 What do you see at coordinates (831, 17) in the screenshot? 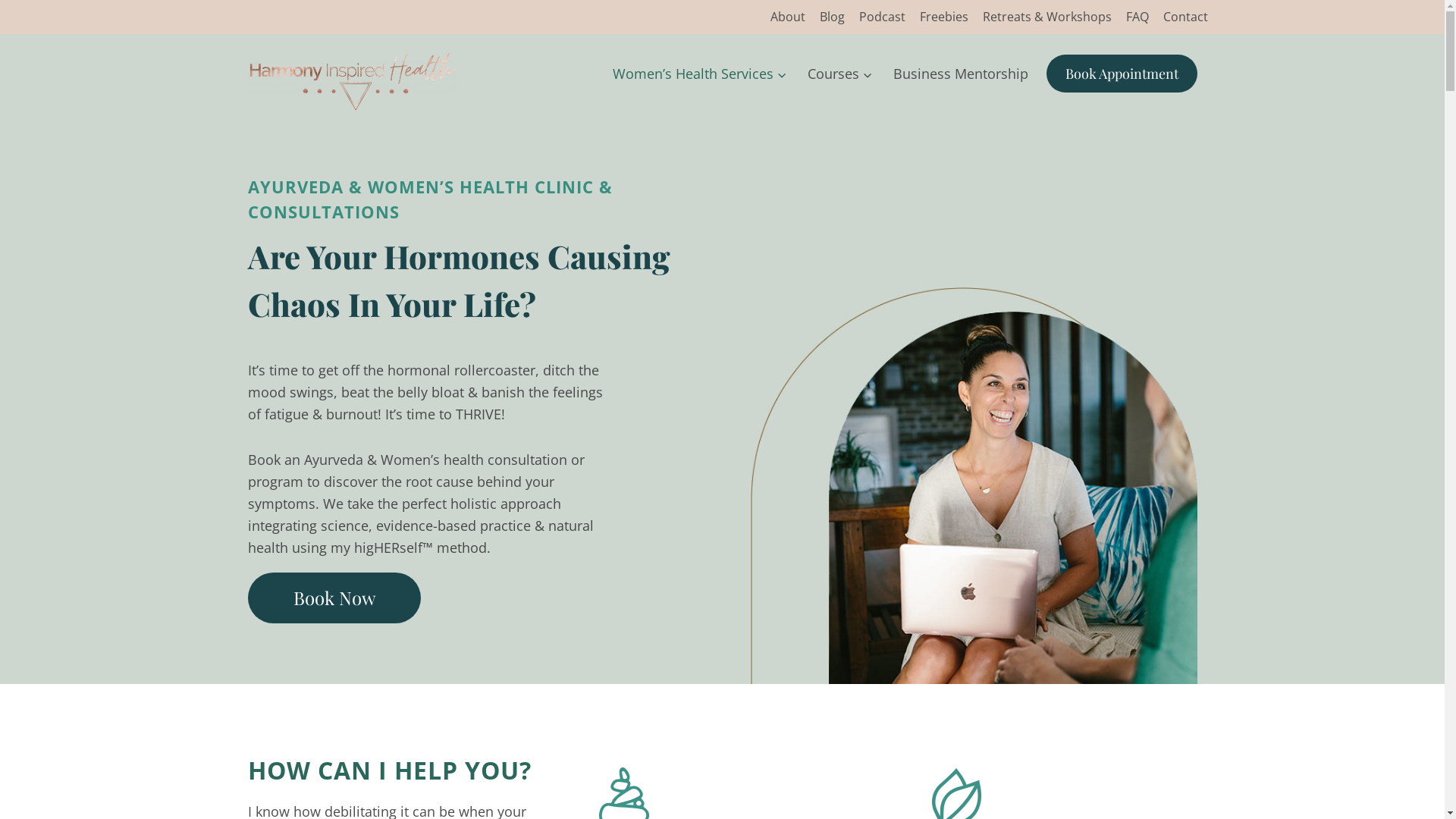
I see `'Blog'` at bounding box center [831, 17].